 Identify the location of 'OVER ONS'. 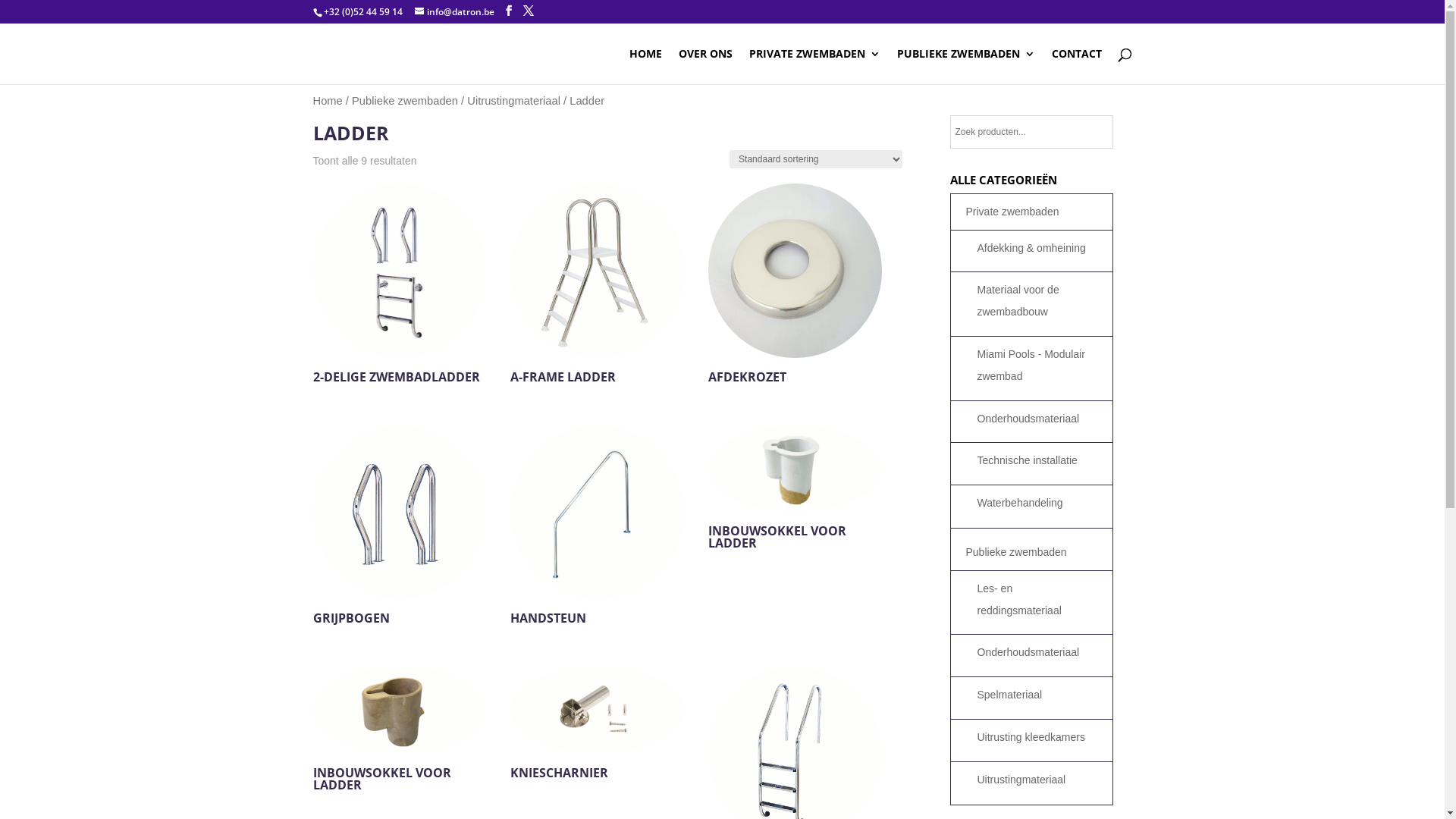
(704, 65).